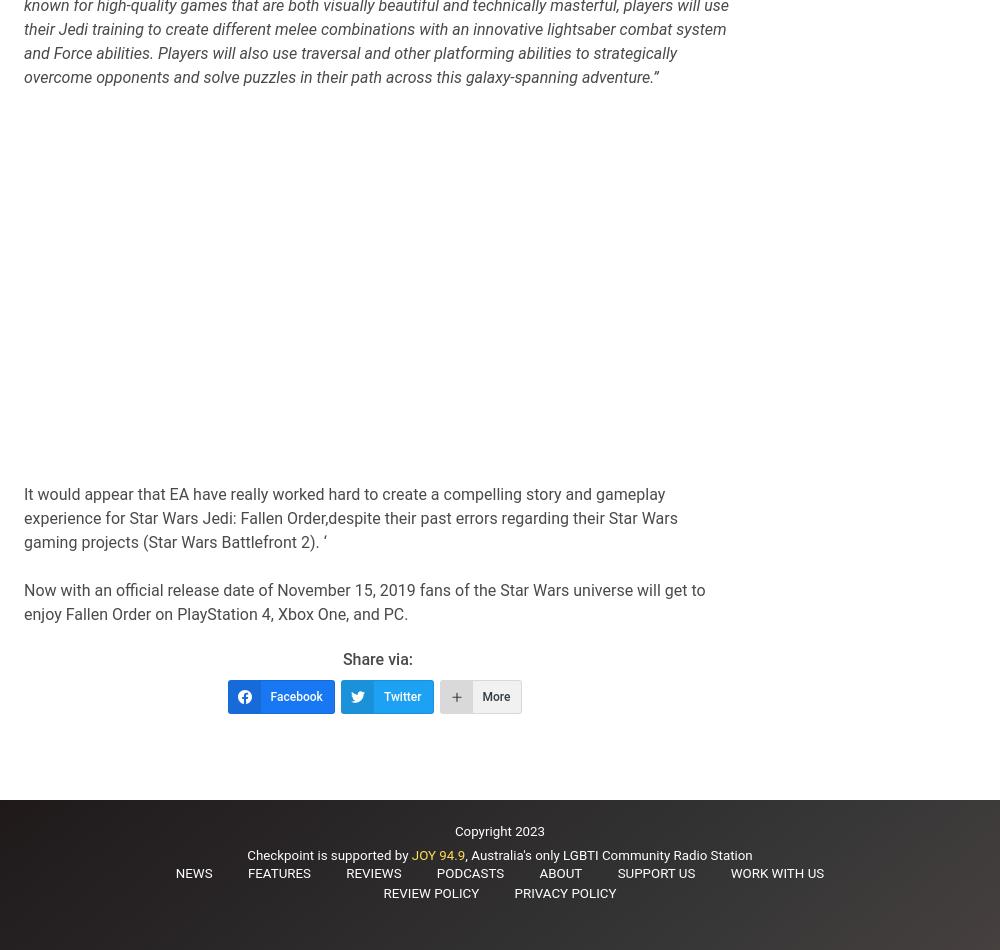  I want to click on 'Review policy', so click(383, 892).